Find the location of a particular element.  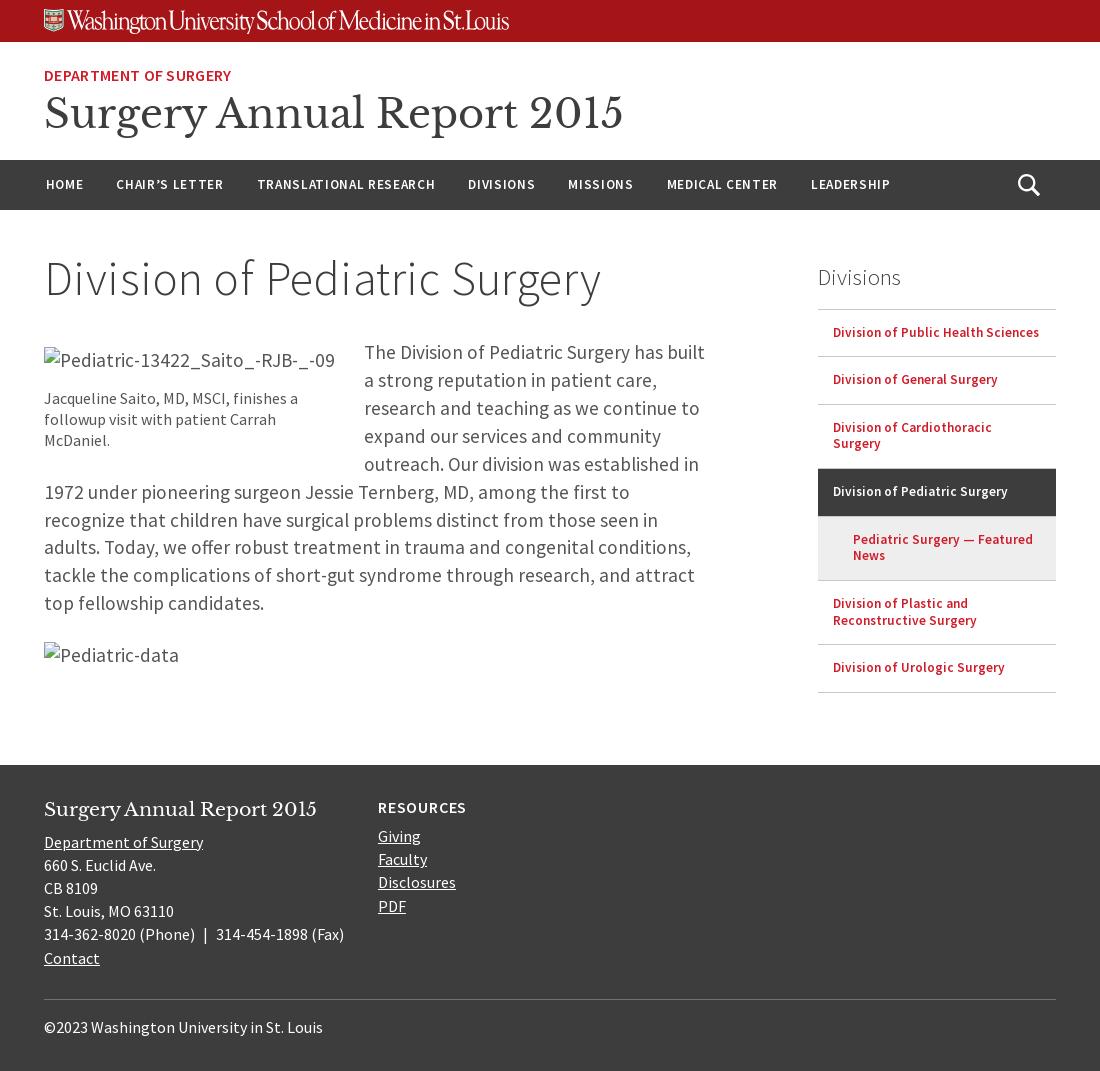

'Division of Plastic and Reconstructive Surgery' is located at coordinates (904, 611).